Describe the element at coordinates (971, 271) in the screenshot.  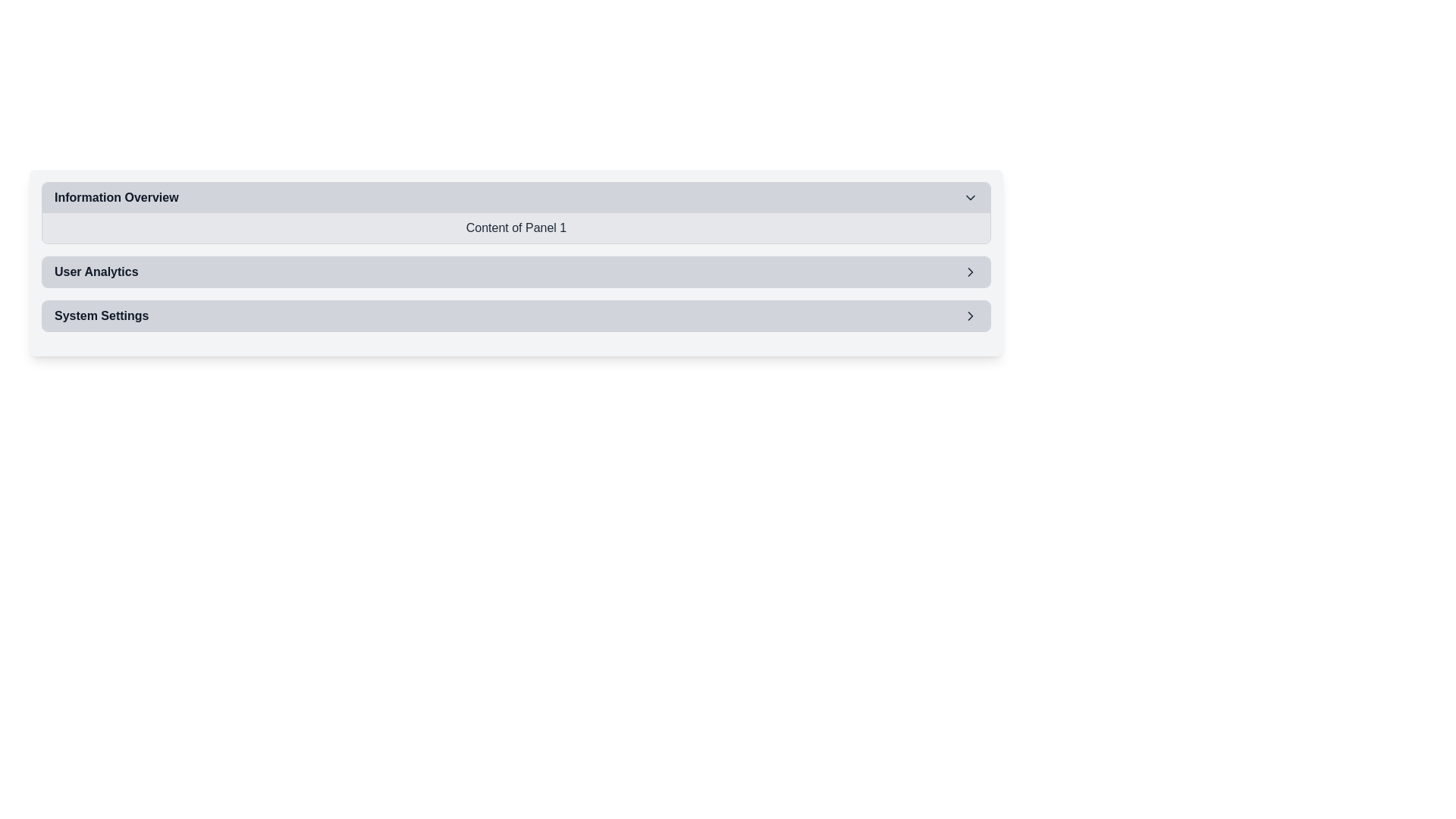
I see `the right-chevron icon indicating expandable options within the collapsible menu next to 'User Analytics'` at that location.